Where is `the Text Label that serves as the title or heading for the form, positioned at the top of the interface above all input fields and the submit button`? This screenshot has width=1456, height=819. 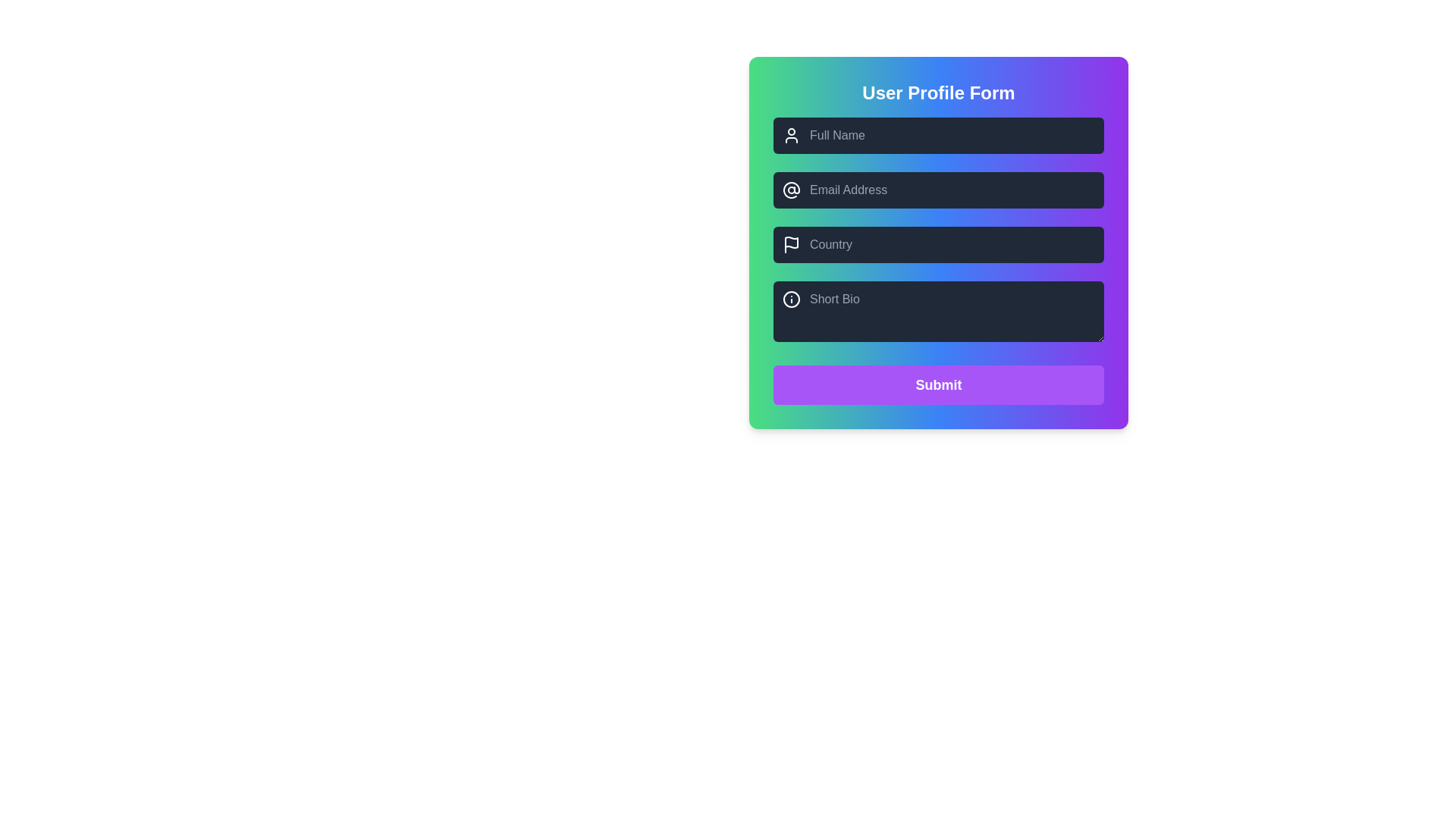
the Text Label that serves as the title or heading for the form, positioned at the top of the interface above all input fields and the submit button is located at coordinates (938, 93).